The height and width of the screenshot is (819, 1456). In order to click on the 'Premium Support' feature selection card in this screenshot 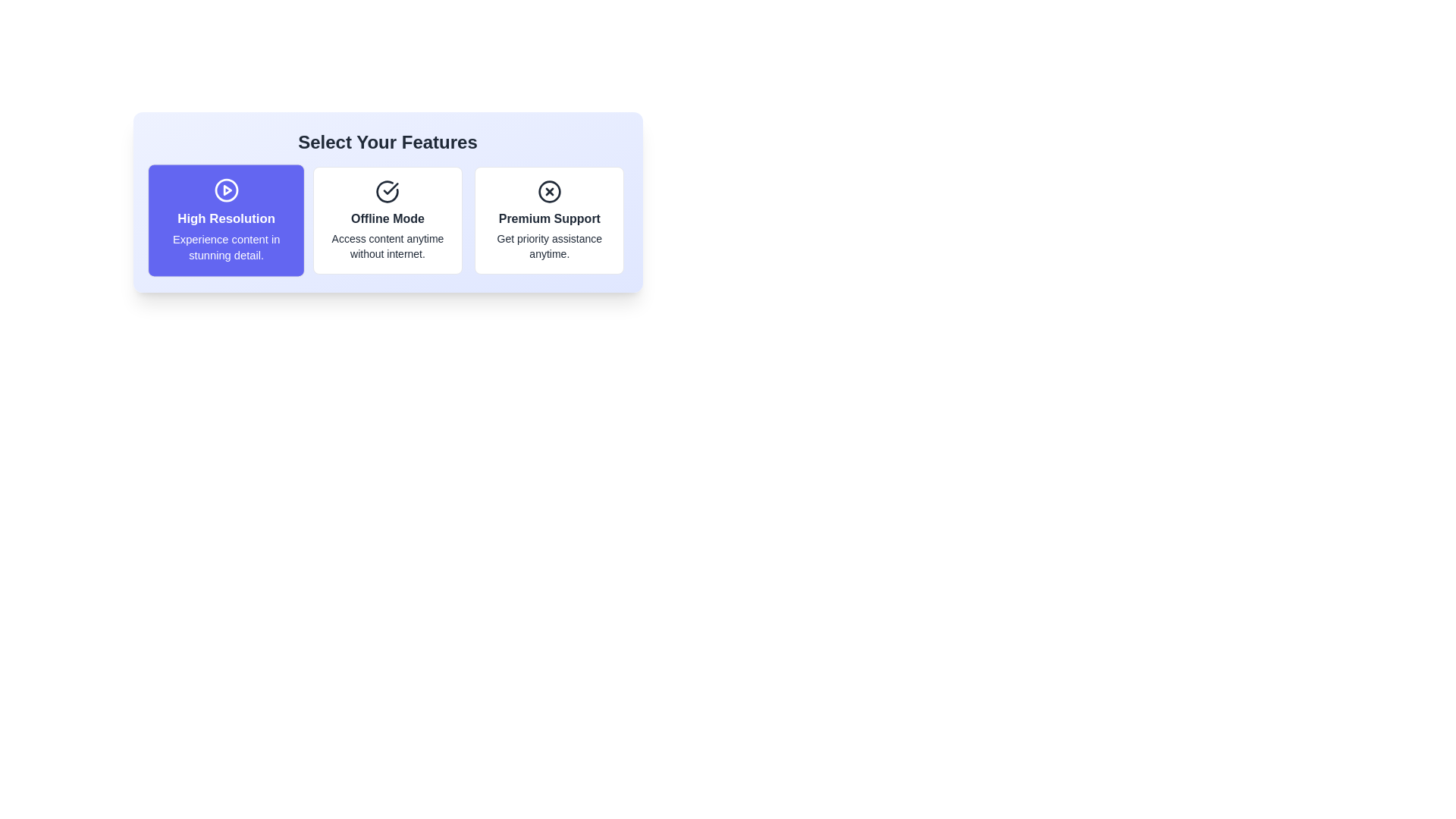, I will do `click(548, 220)`.